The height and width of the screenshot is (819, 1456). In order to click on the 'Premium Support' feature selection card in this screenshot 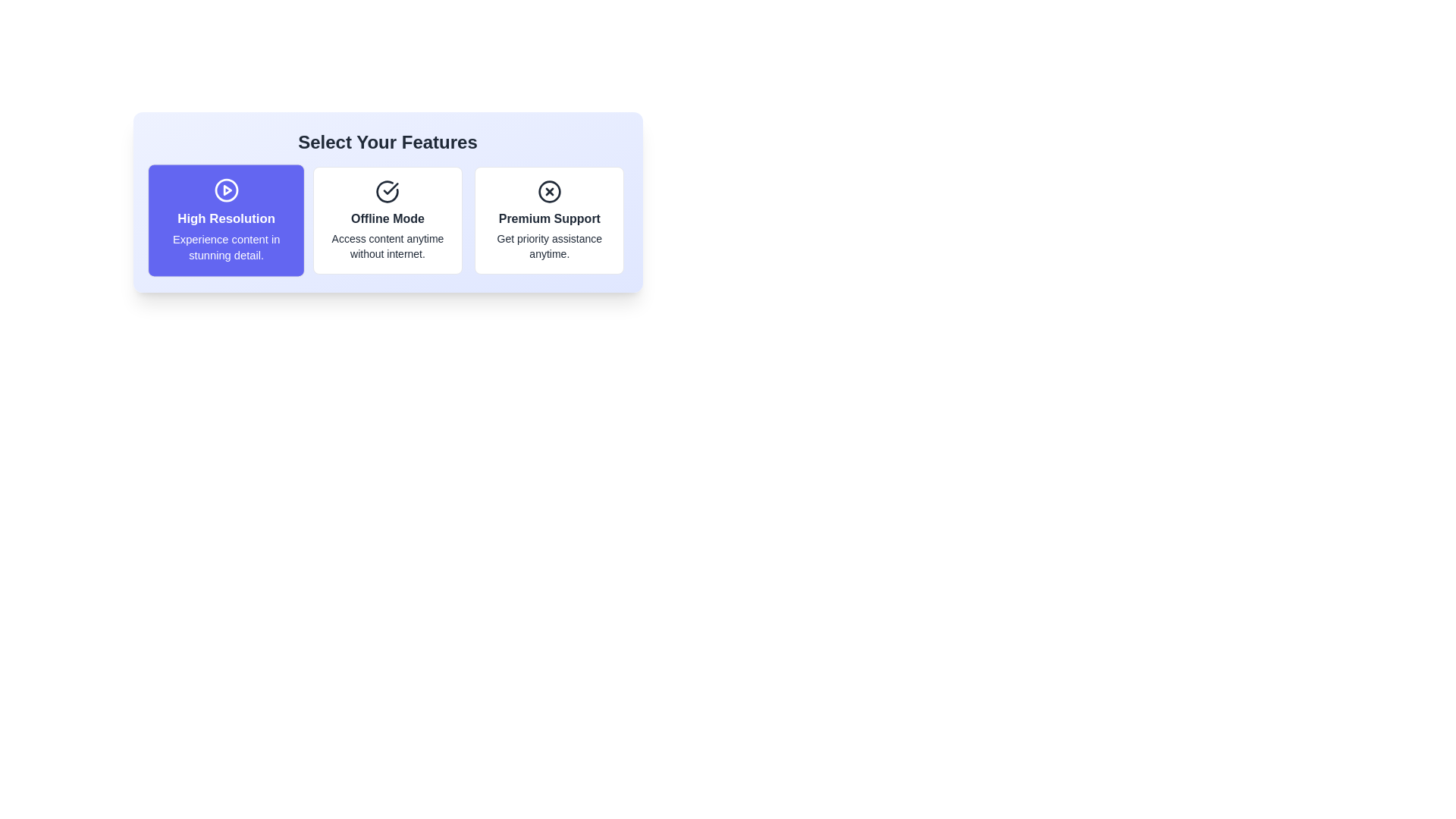, I will do `click(548, 220)`.